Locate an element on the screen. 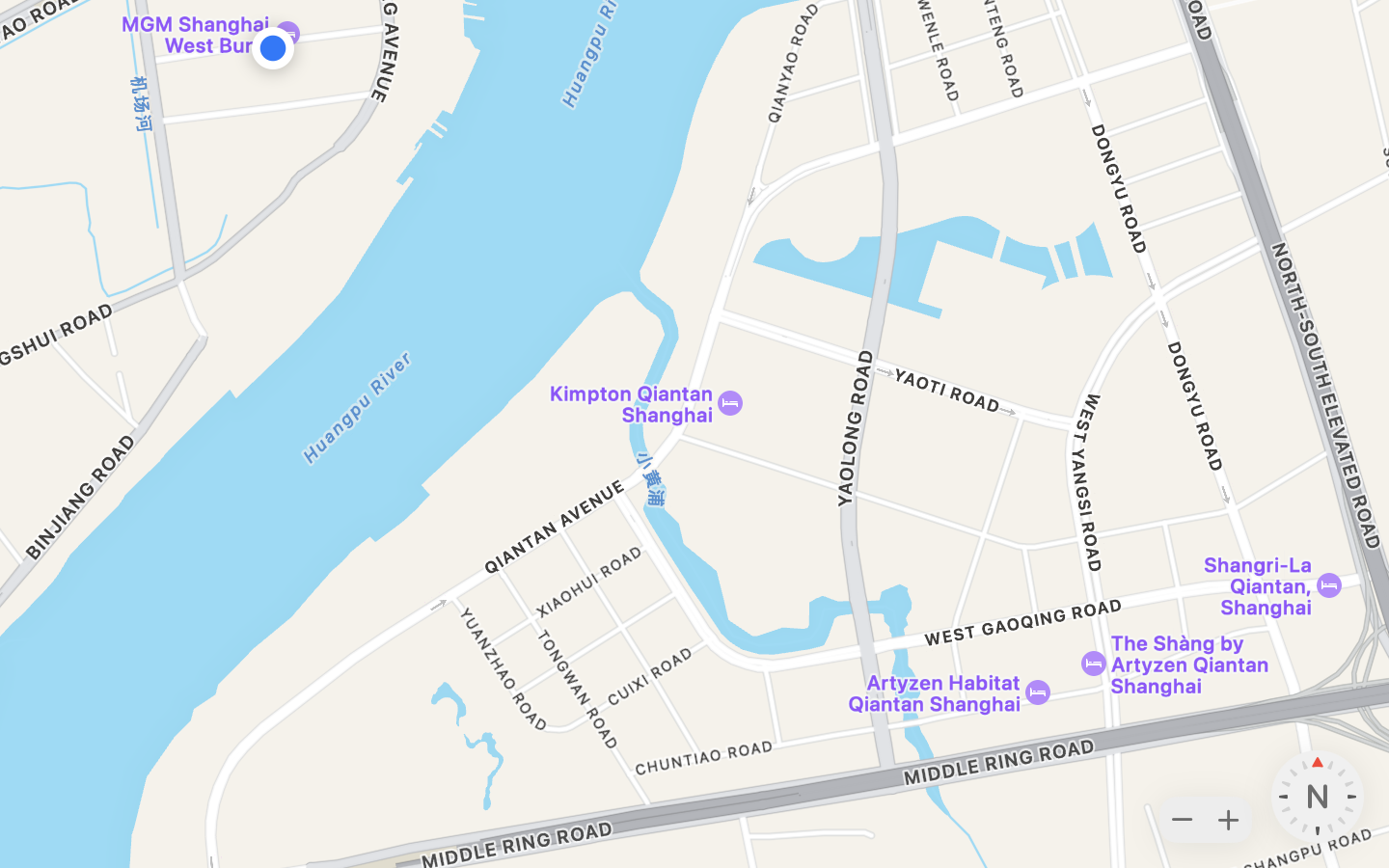 This screenshot has width=1389, height=868. 'Heading: 0 degrees North' is located at coordinates (1316, 797).